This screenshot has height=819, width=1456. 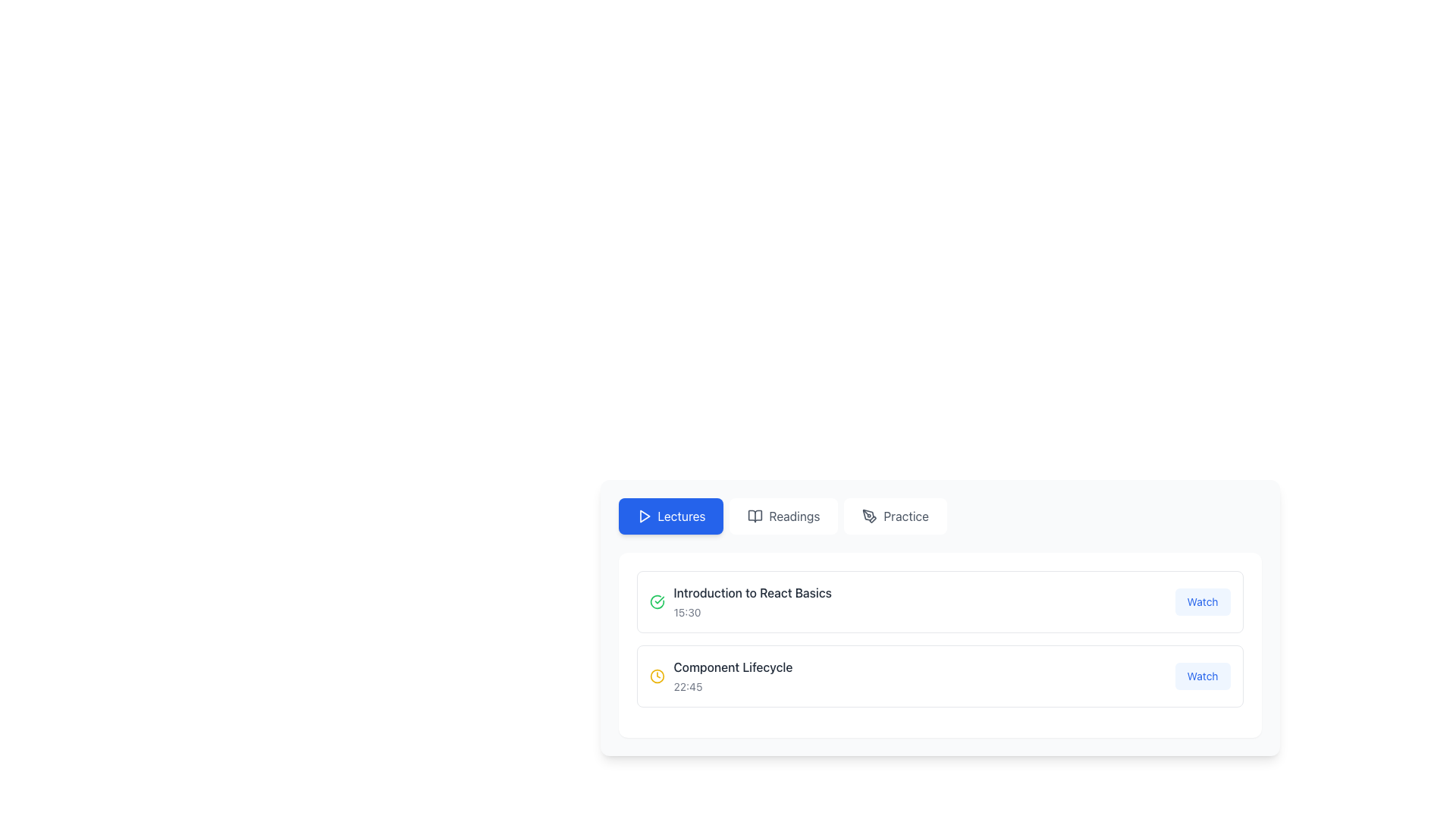 I want to click on the button located in the bottom right of the 'Component Lifecycle' section, so click(x=1202, y=675).